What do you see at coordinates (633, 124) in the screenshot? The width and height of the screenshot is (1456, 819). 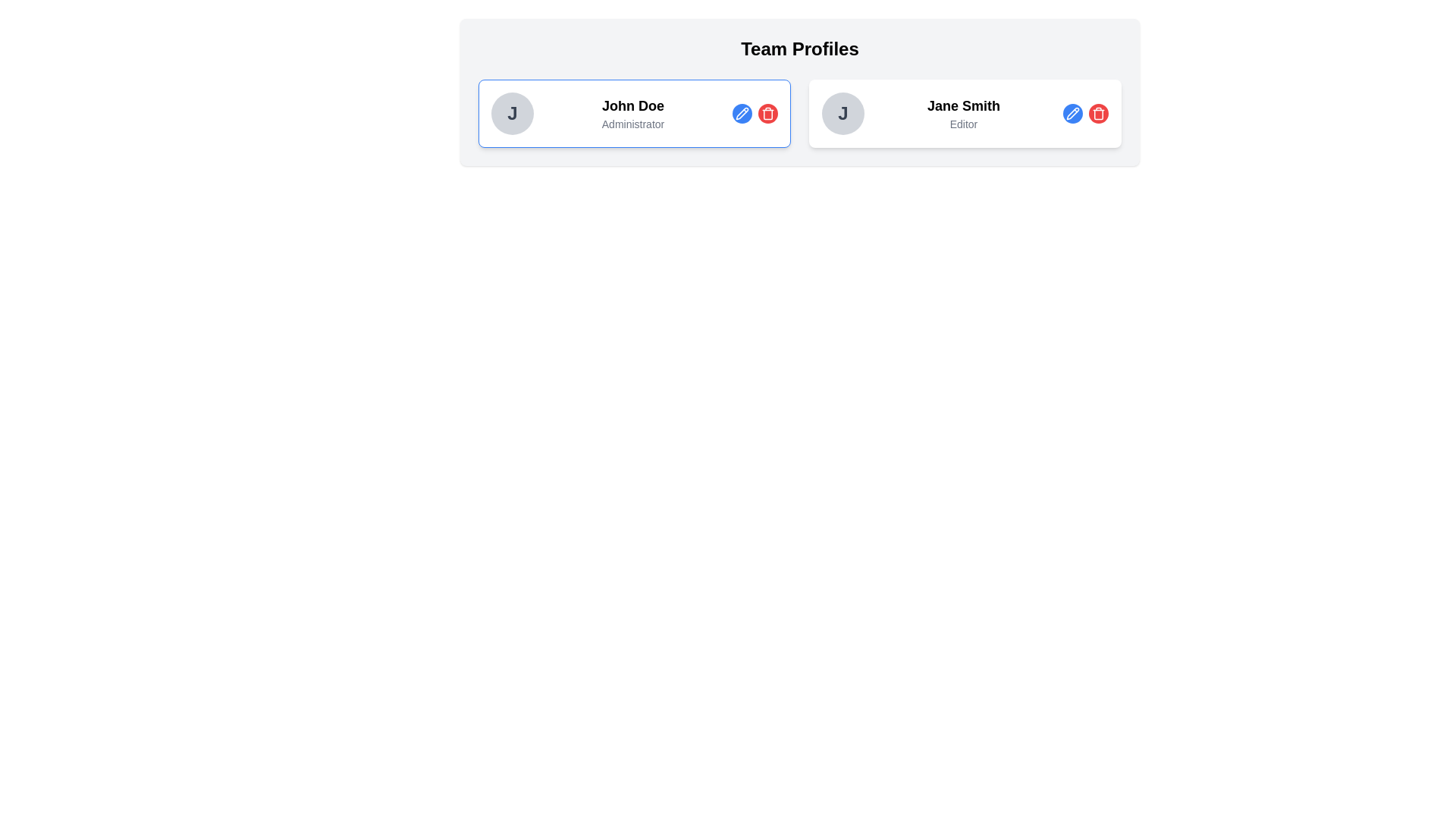 I see `the 'Administrator' text label, which is styled in a small gray font and positioned below 'John Doe' in the first profile card of the 'Team Profiles' section` at bounding box center [633, 124].